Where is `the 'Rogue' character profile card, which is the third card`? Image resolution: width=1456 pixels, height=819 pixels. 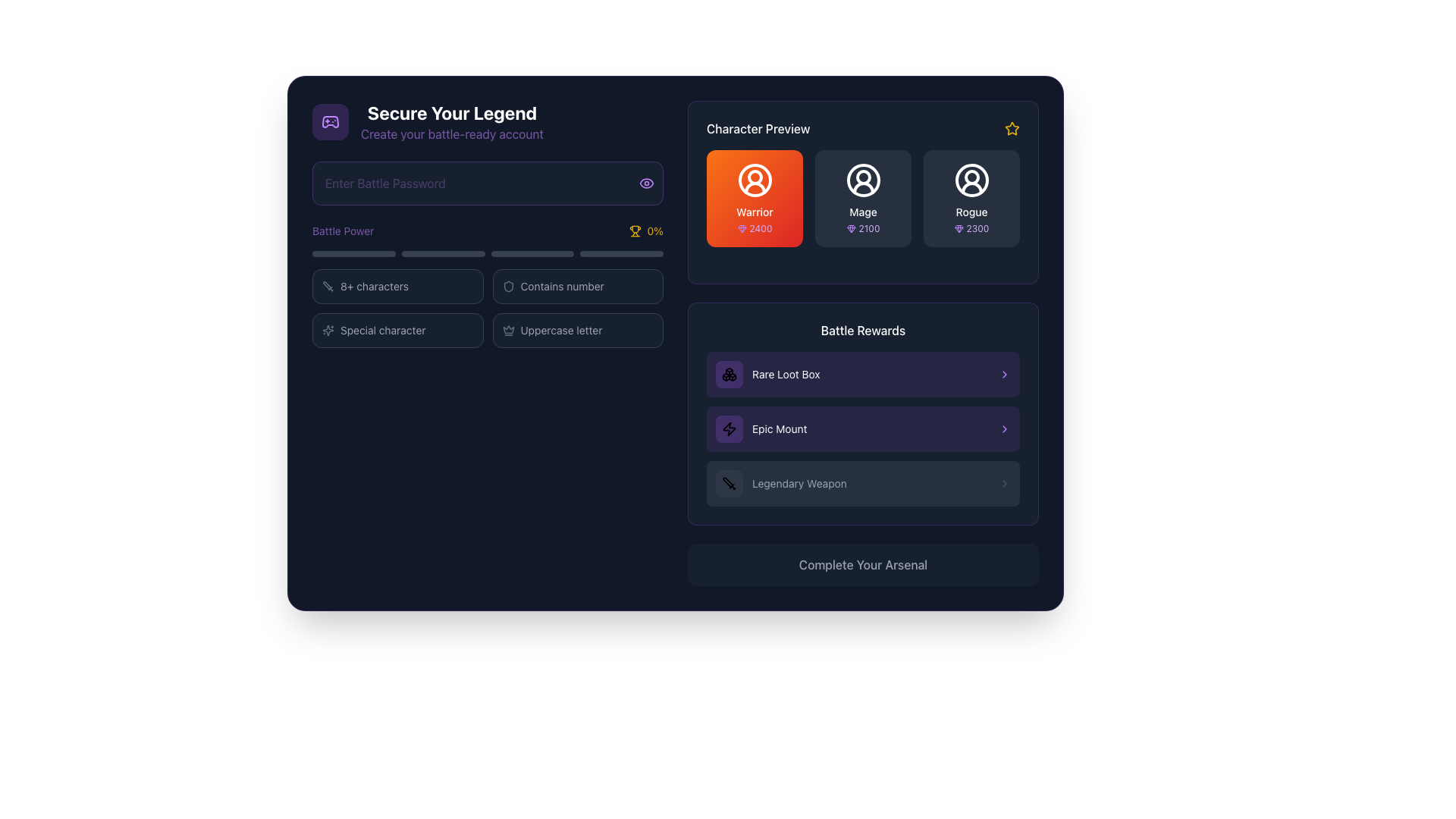
the 'Rogue' character profile card, which is the third card is located at coordinates (971, 198).